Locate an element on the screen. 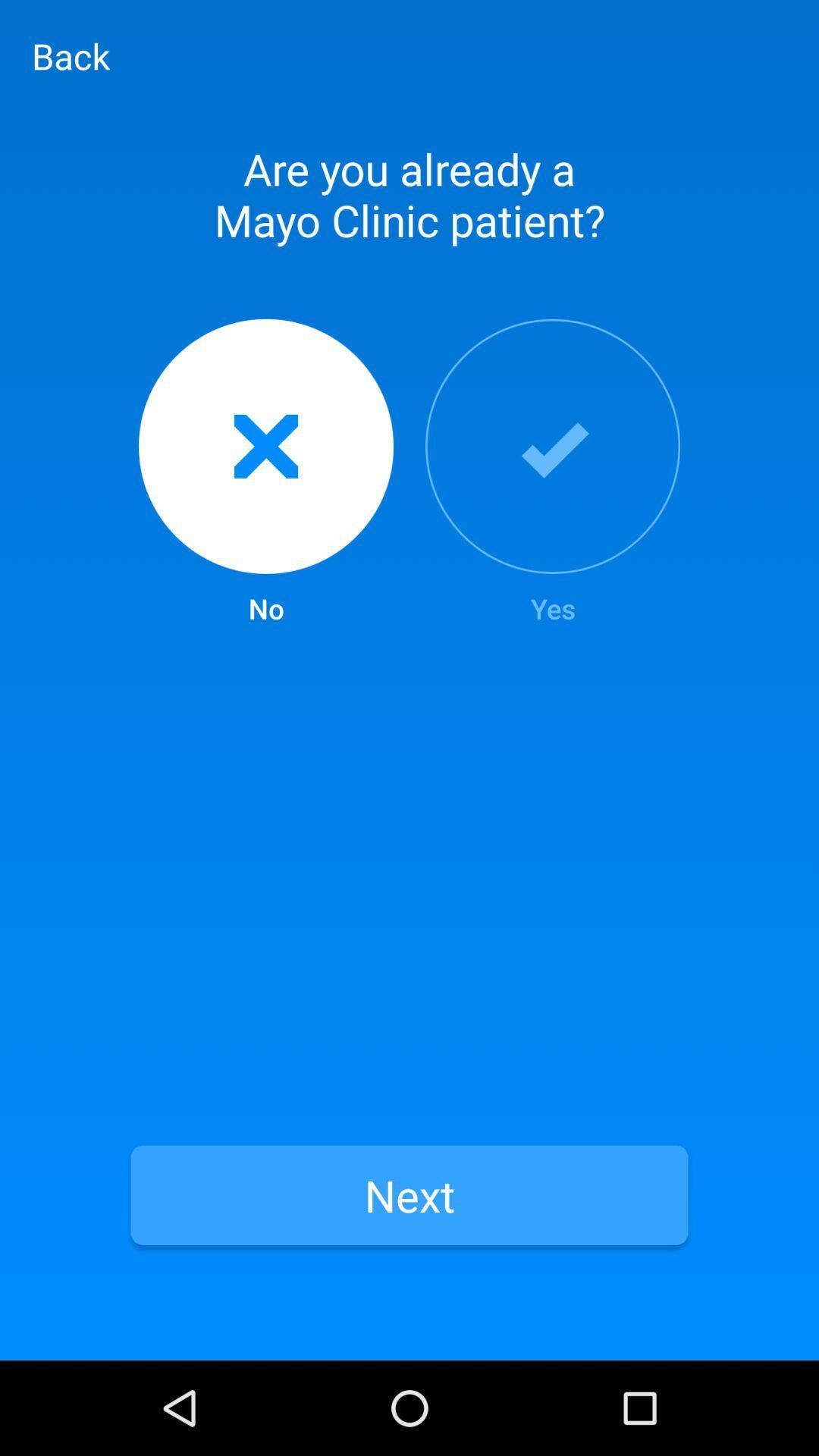  the next is located at coordinates (409, 1194).